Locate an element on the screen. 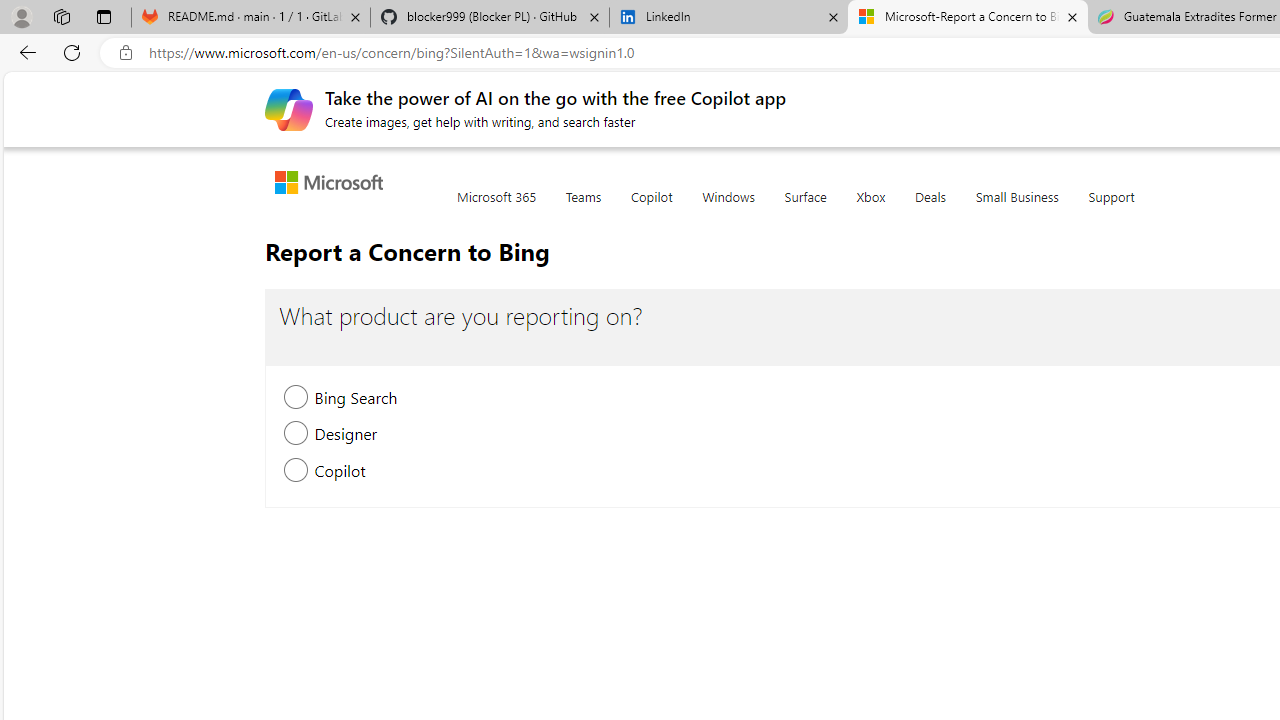  'Bing Search, new section will be expanded' is located at coordinates (295, 399).